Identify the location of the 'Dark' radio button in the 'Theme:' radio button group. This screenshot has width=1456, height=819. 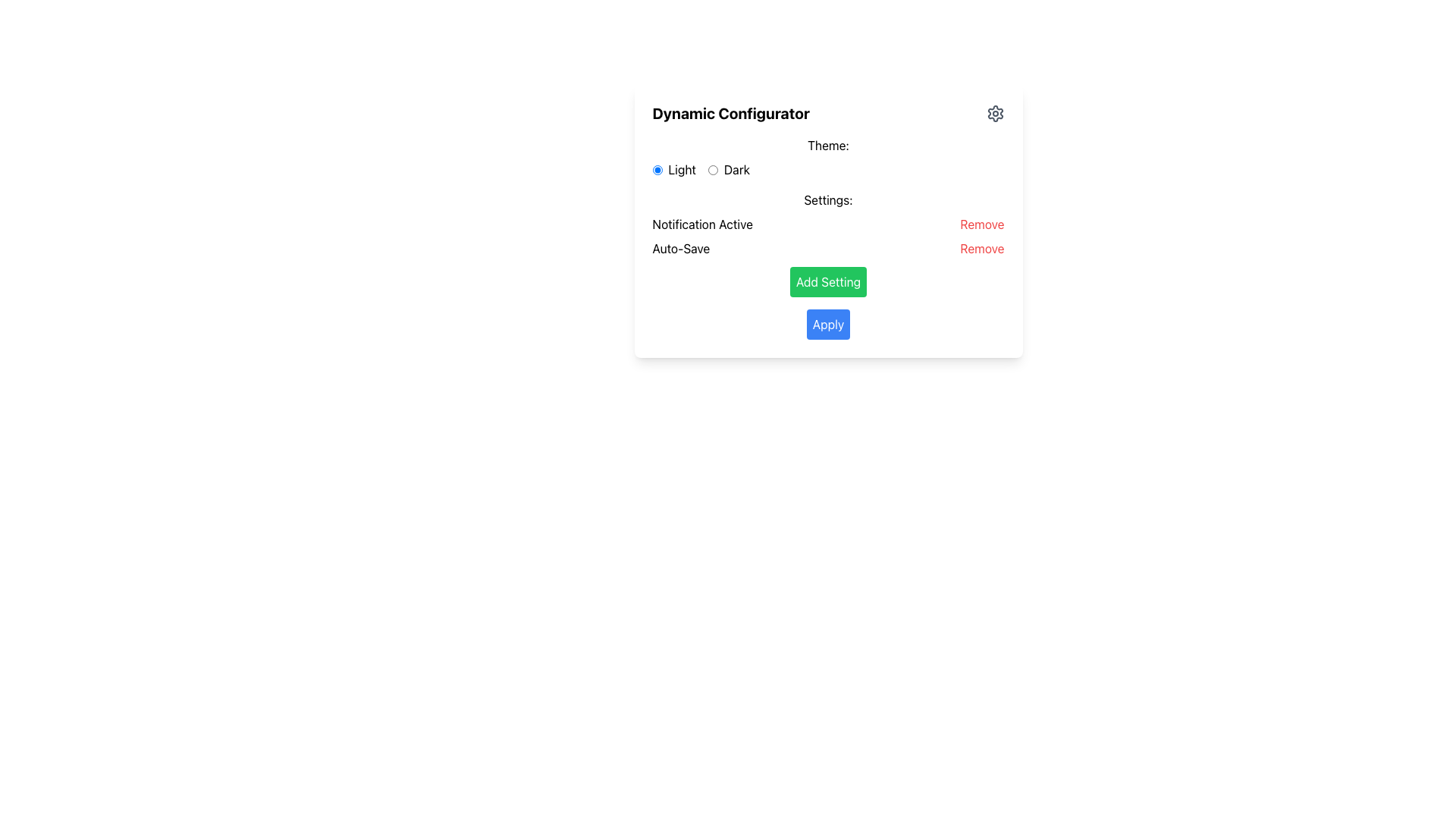
(827, 158).